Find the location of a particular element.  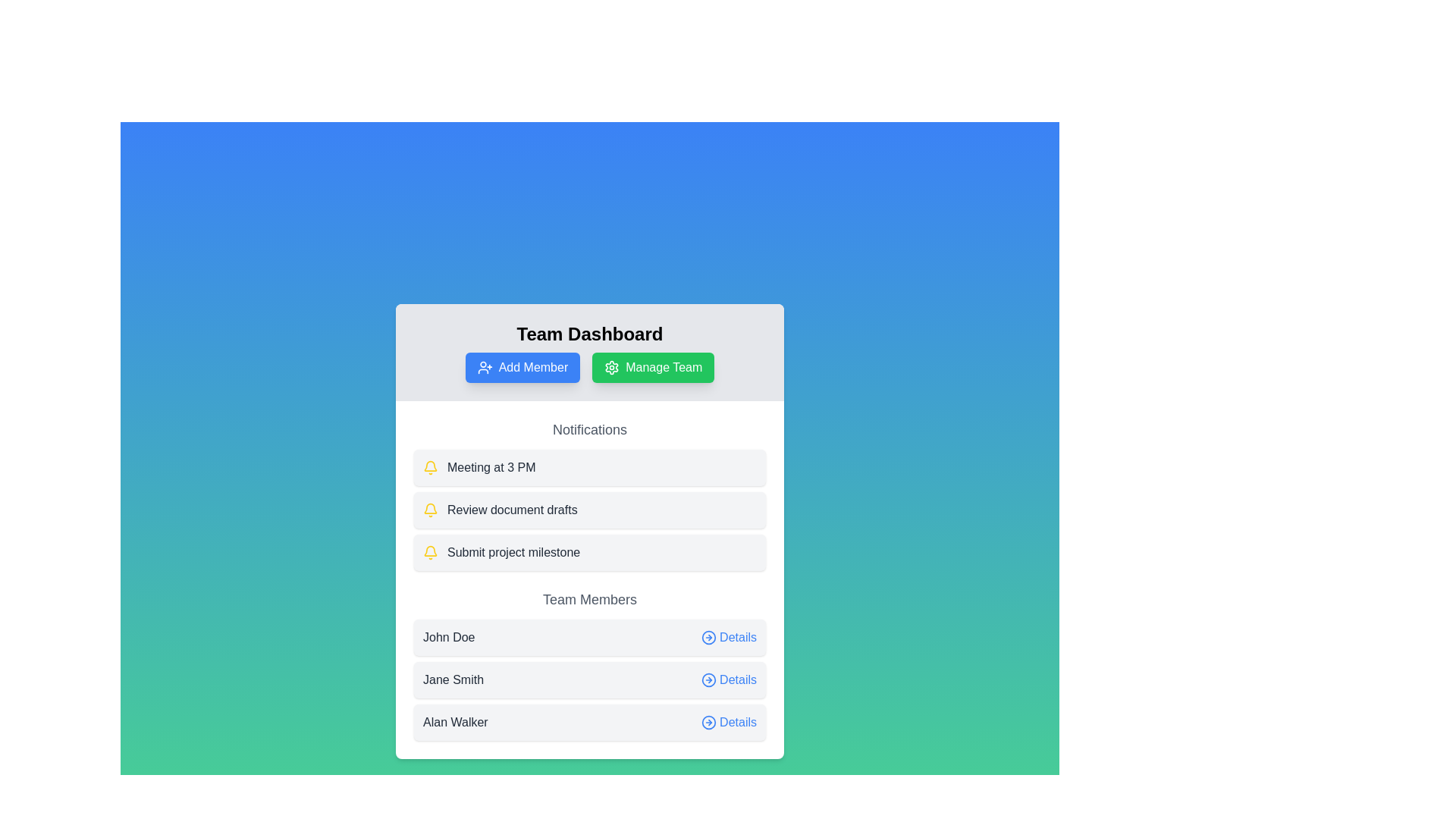

the 'Add Member' button is located at coordinates (522, 368).